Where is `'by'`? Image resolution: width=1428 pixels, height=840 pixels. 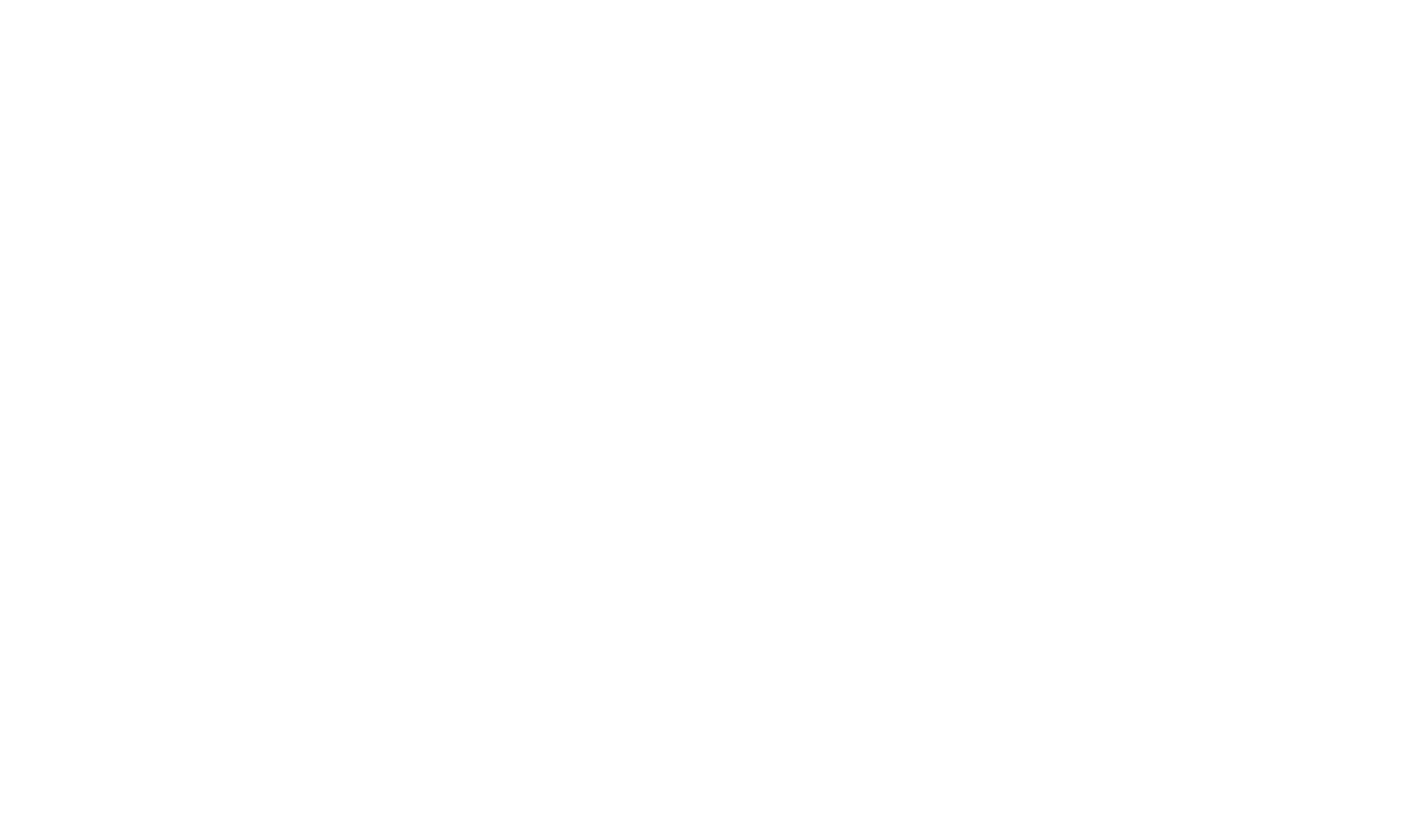
'by' is located at coordinates (818, 32).